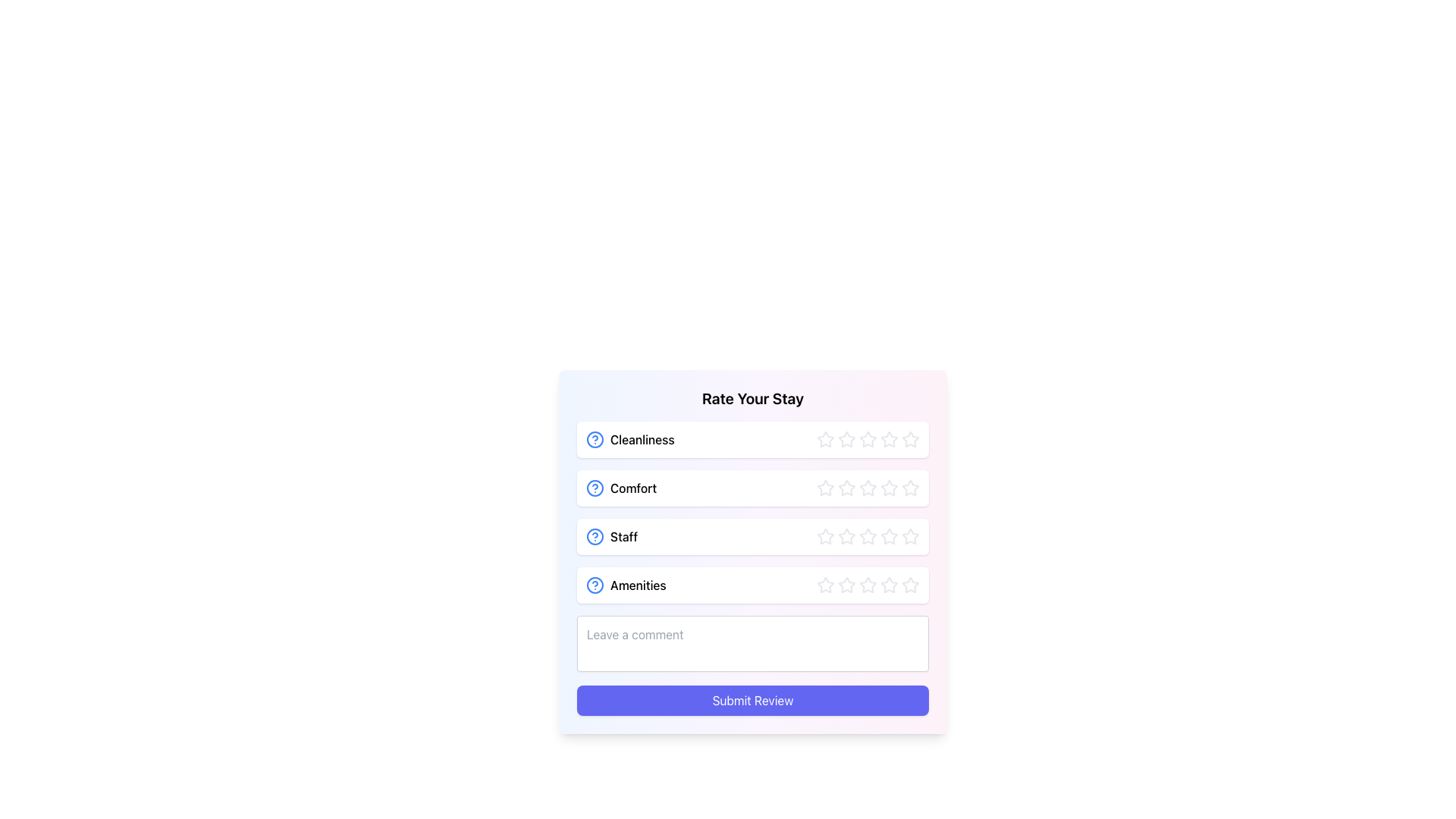 This screenshot has height=819, width=1456. I want to click on the third star in the five-star rating component located in the 'Rate Your Stay' section next to 'Cleanliness', so click(868, 439).